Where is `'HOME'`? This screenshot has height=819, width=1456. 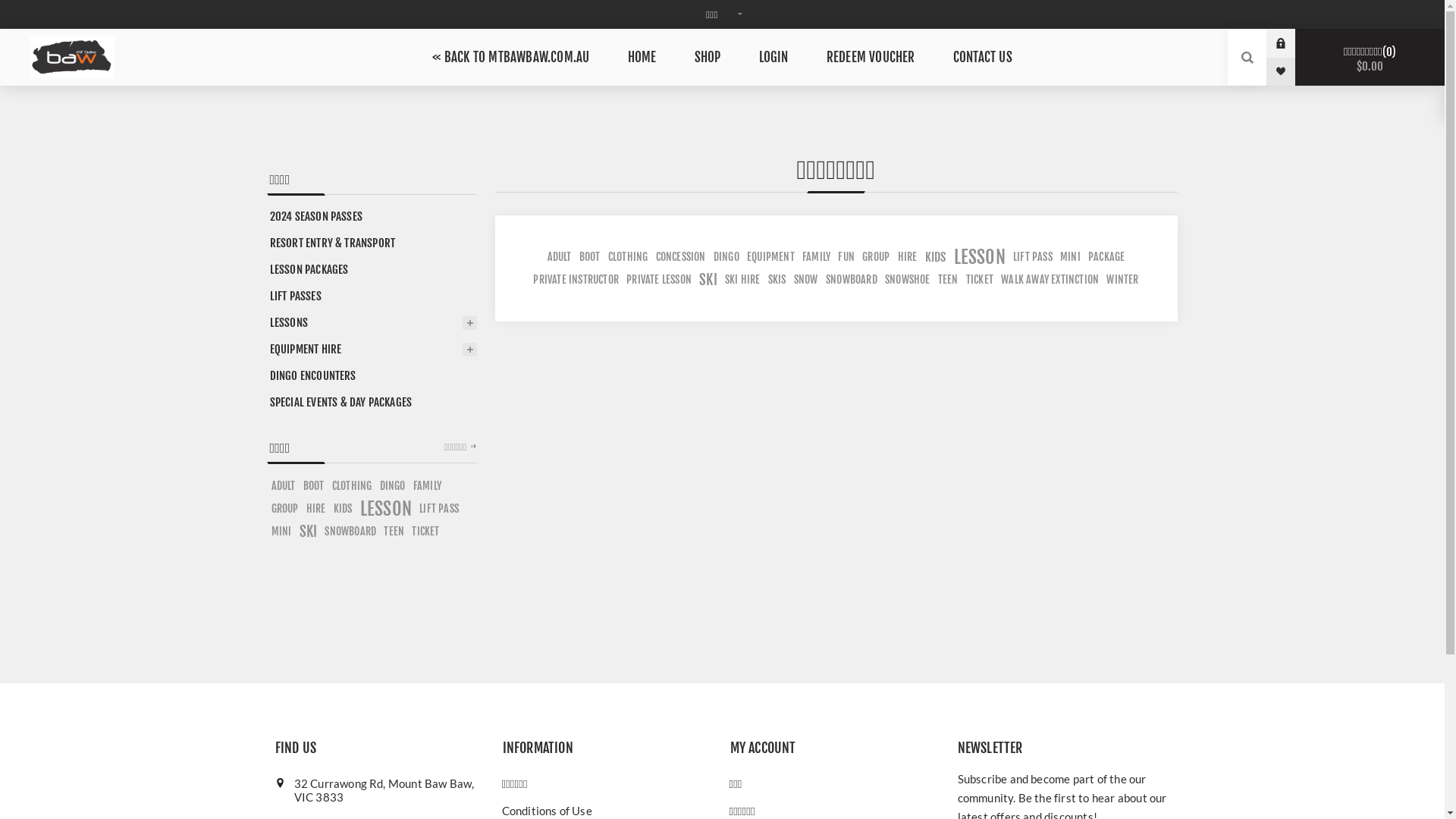 'HOME' is located at coordinates (642, 56).